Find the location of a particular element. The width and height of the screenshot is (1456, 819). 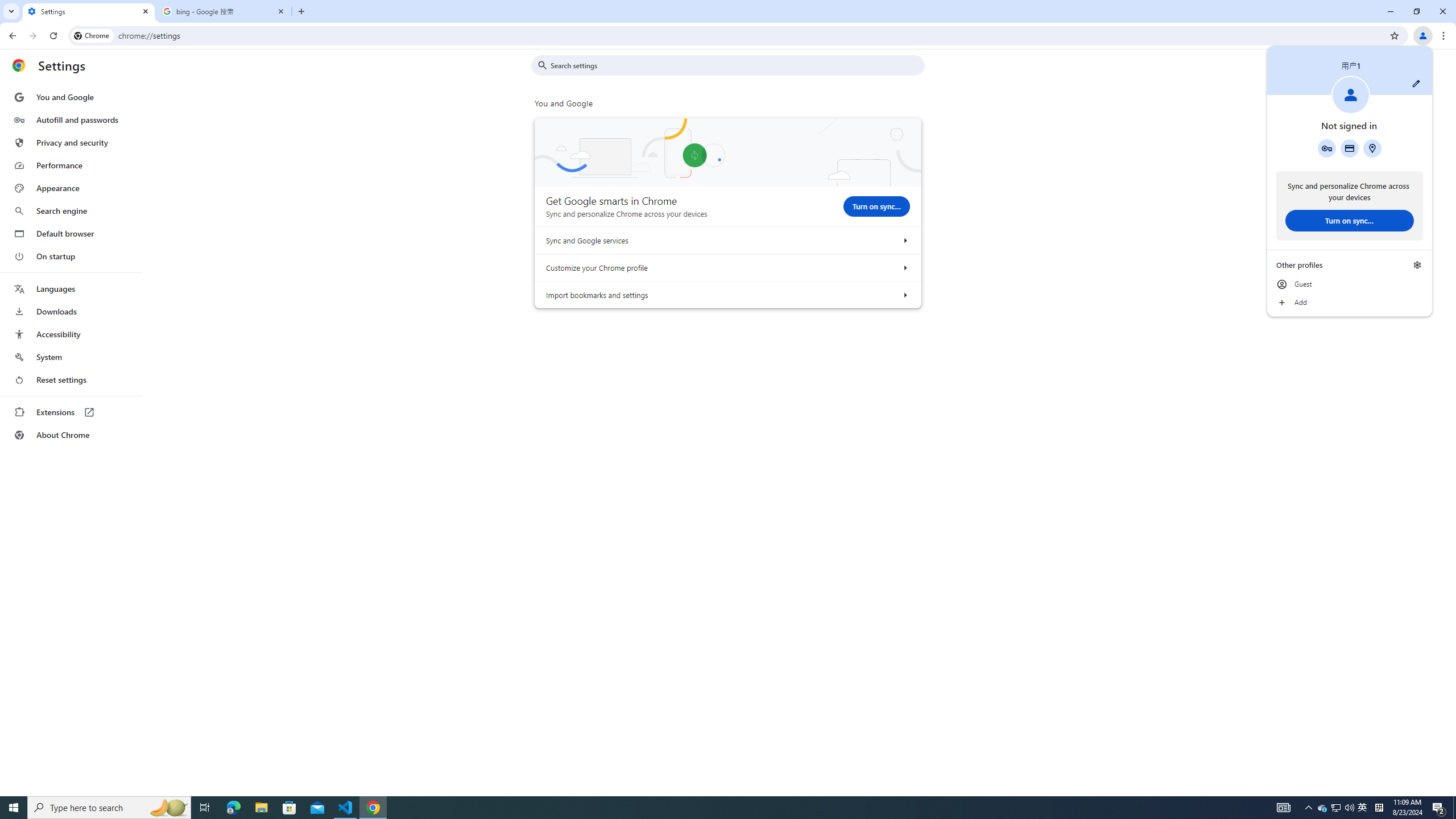

'Microsoft Edge' is located at coordinates (233, 806).